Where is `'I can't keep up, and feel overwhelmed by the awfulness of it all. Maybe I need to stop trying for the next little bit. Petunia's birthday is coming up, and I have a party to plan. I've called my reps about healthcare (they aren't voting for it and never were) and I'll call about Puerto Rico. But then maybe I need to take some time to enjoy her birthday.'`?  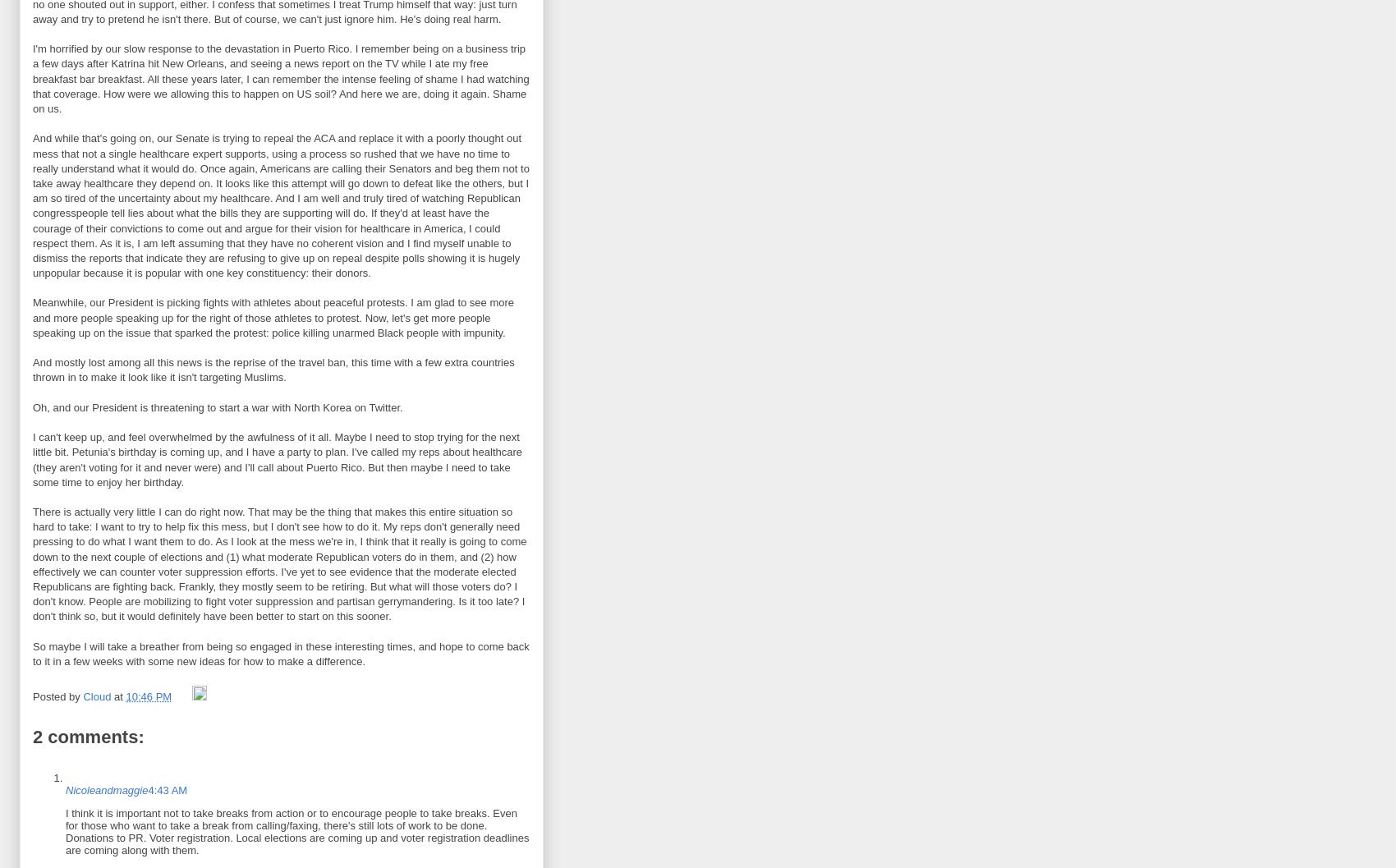
'I can't keep up, and feel overwhelmed by the awfulness of it all. Maybe I need to stop trying for the next little bit. Petunia's birthday is coming up, and I have a party to plan. I've called my reps about healthcare (they aren't voting for it and never were) and I'll call about Puerto Rico. But then maybe I need to take some time to enjoy her birthday.' is located at coordinates (276, 458).